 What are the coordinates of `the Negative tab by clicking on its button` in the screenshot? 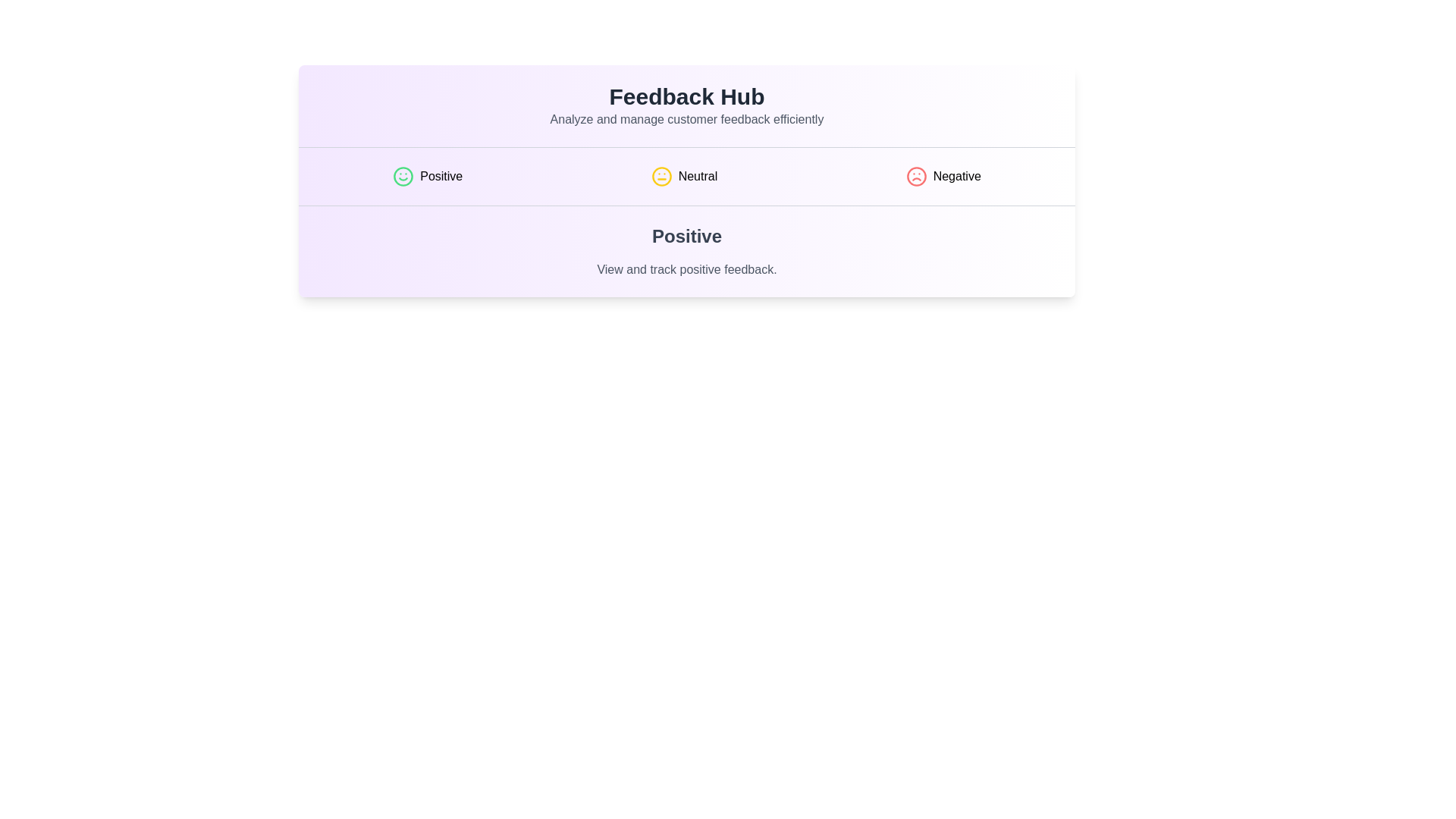 It's located at (943, 175).